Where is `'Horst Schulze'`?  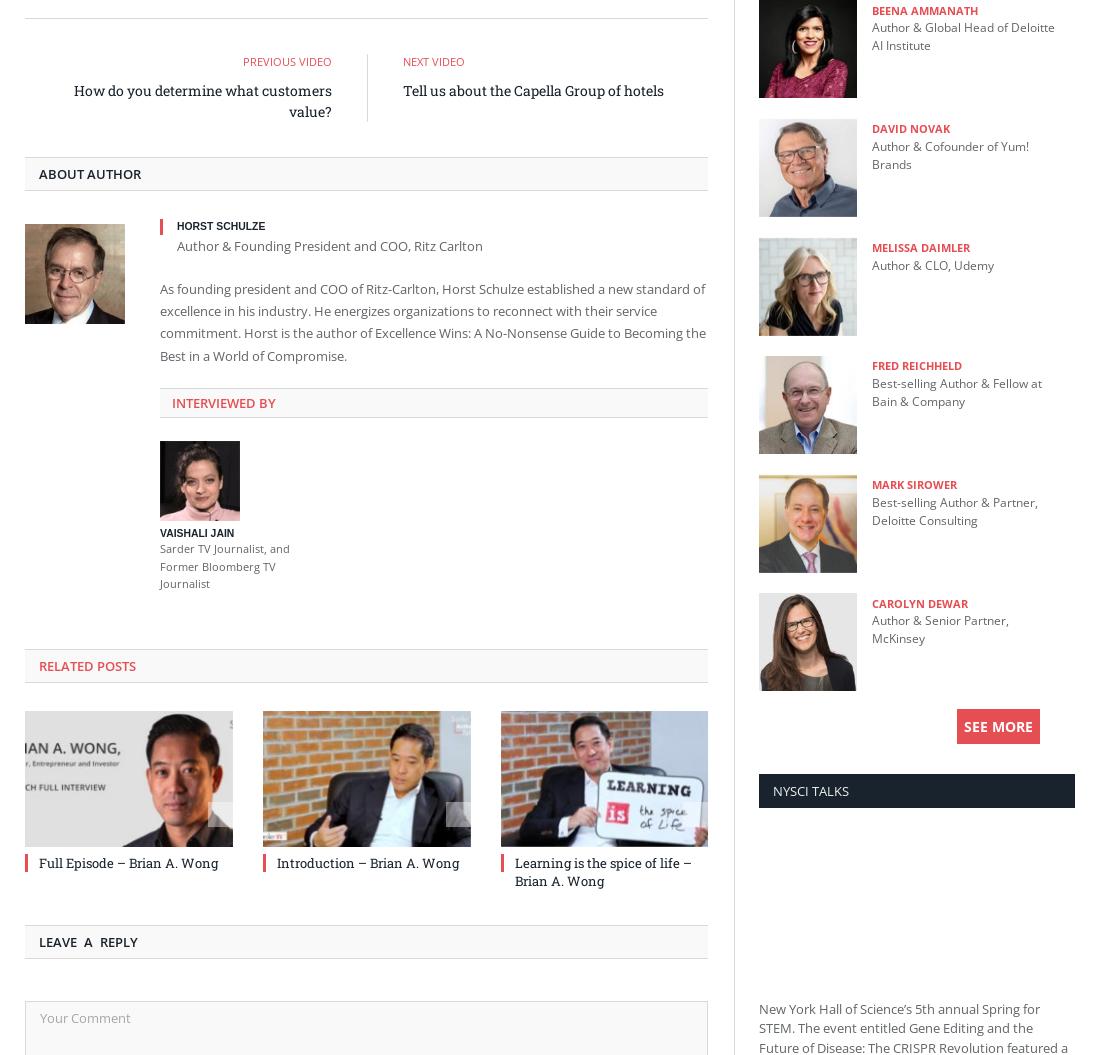 'Horst Schulze' is located at coordinates (175, 225).